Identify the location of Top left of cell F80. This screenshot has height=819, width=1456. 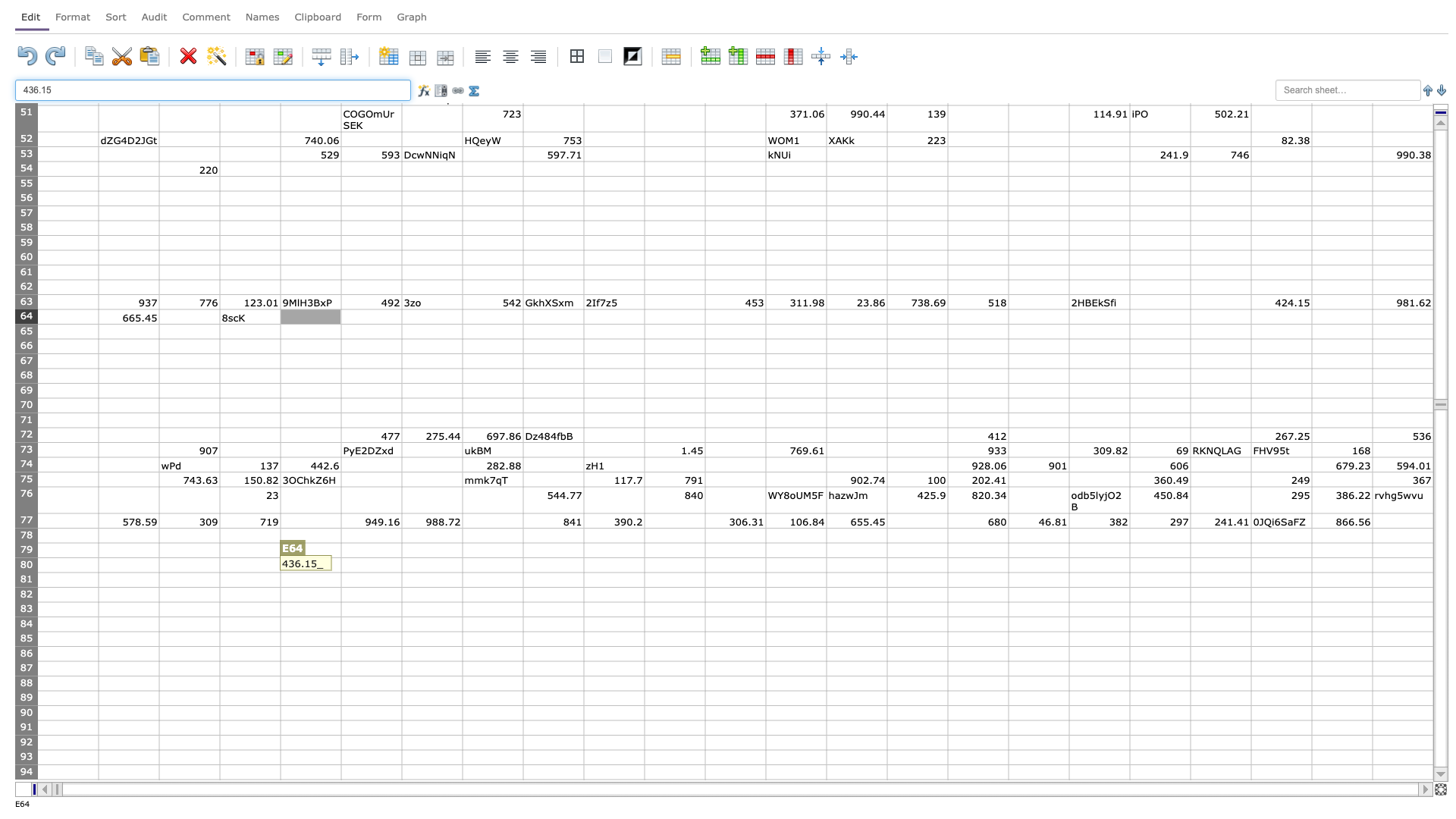
(340, 557).